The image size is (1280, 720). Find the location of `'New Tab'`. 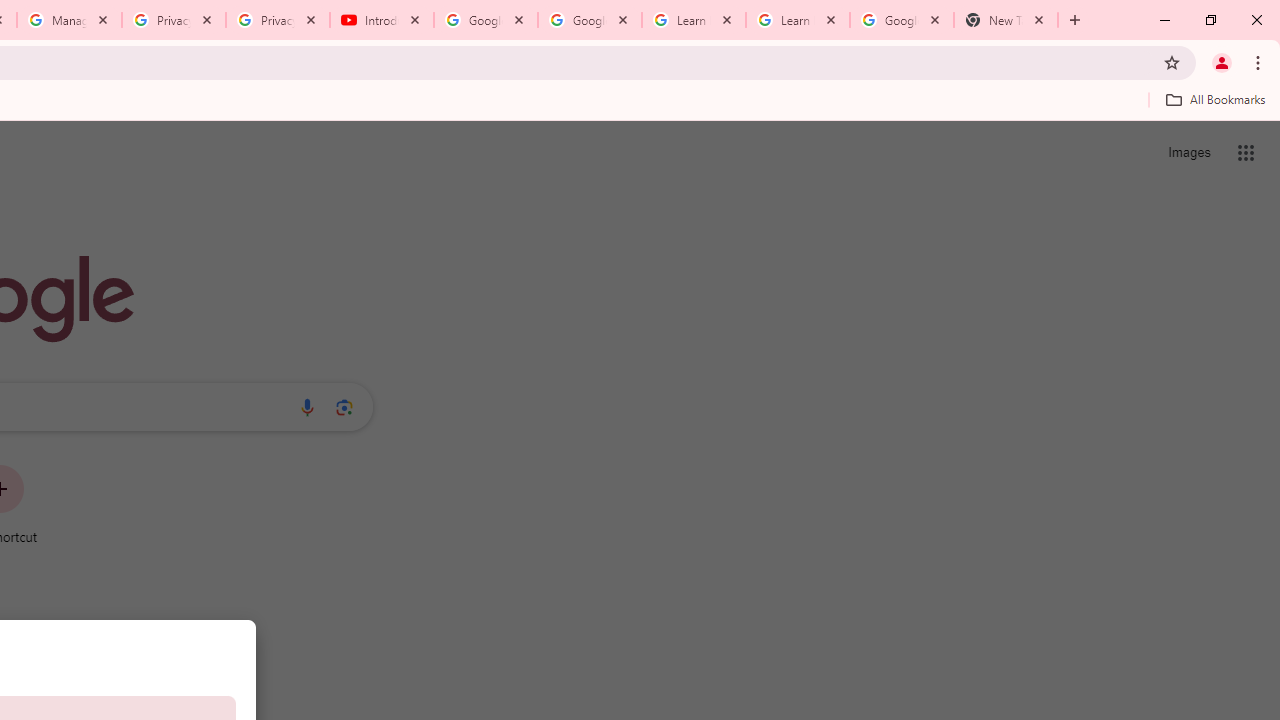

'New Tab' is located at coordinates (1006, 20).